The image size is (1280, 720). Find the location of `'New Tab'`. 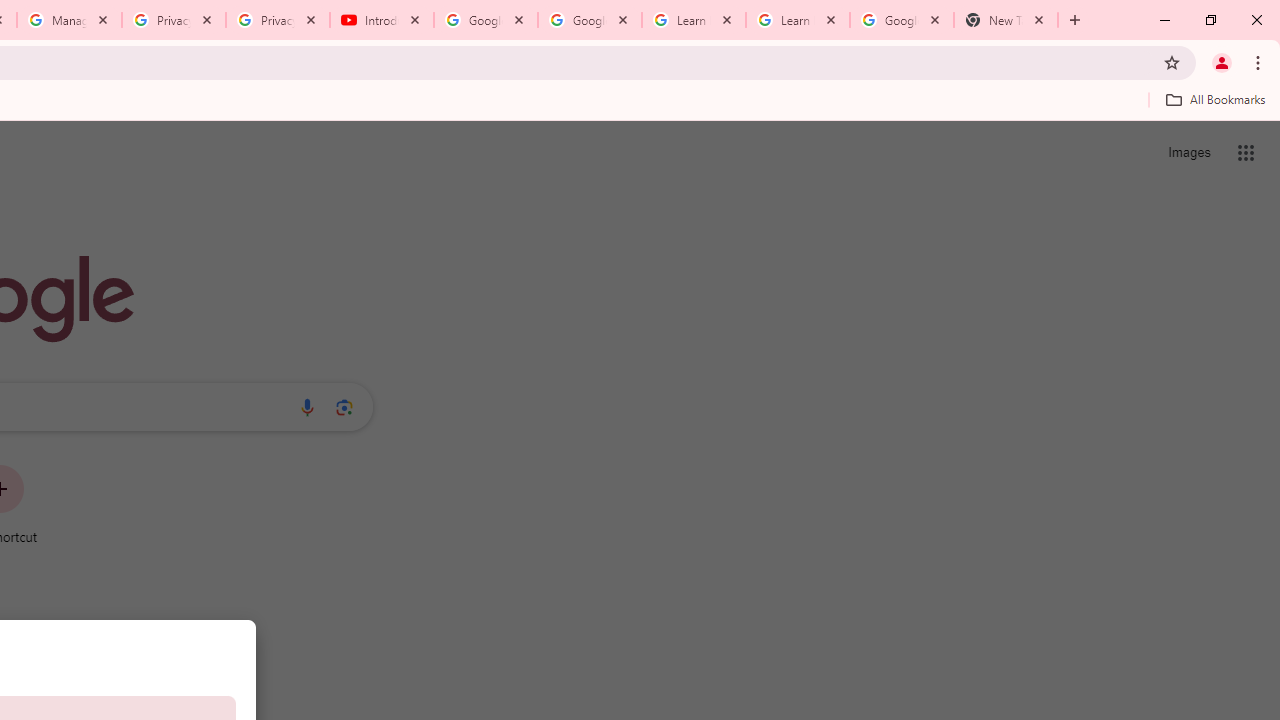

'New Tab' is located at coordinates (1006, 20).